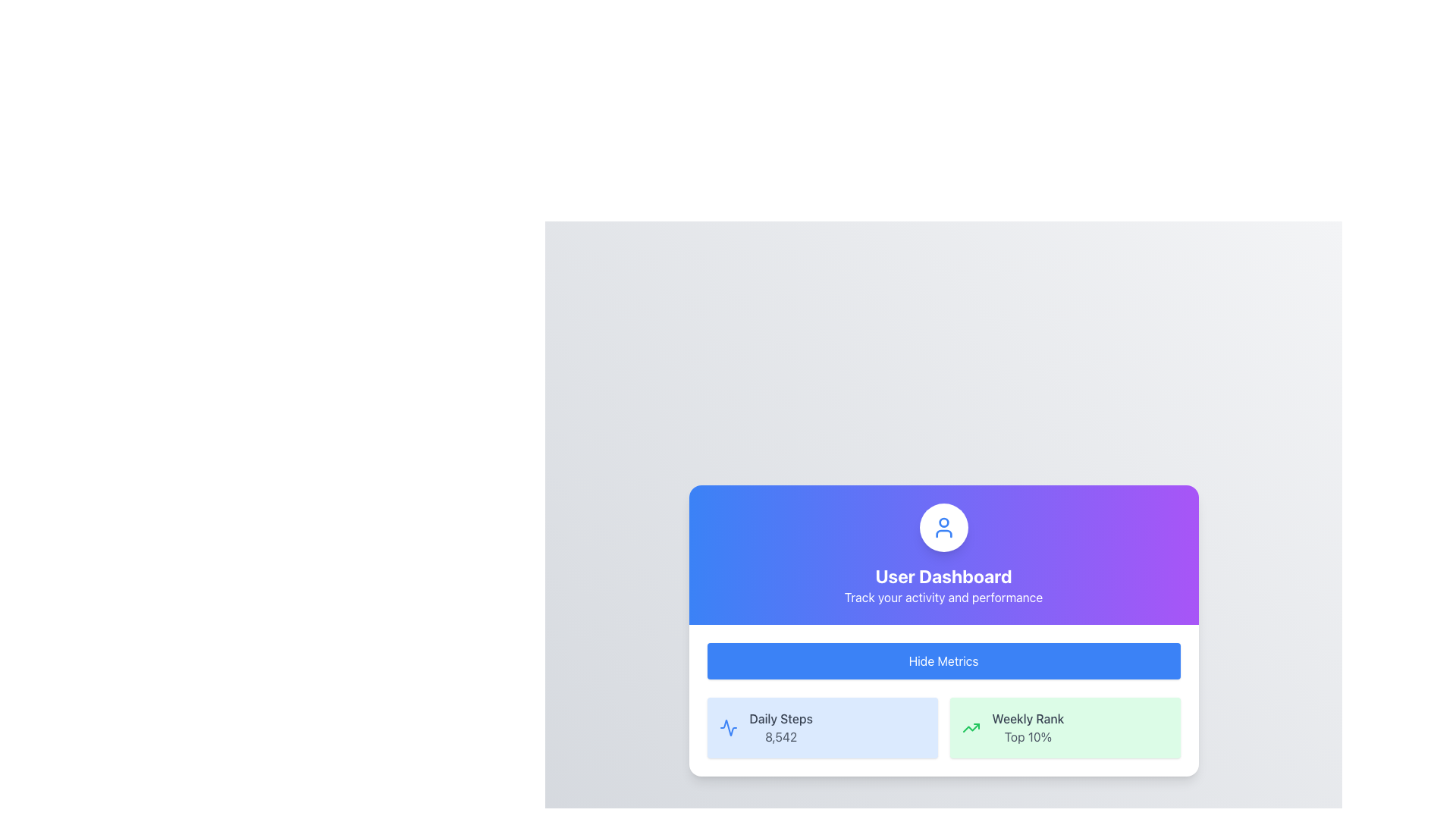 The image size is (1456, 819). Describe the element at coordinates (943, 522) in the screenshot. I see `the circular SVG element that represents a user icon, located at the top-center of the main card component` at that location.